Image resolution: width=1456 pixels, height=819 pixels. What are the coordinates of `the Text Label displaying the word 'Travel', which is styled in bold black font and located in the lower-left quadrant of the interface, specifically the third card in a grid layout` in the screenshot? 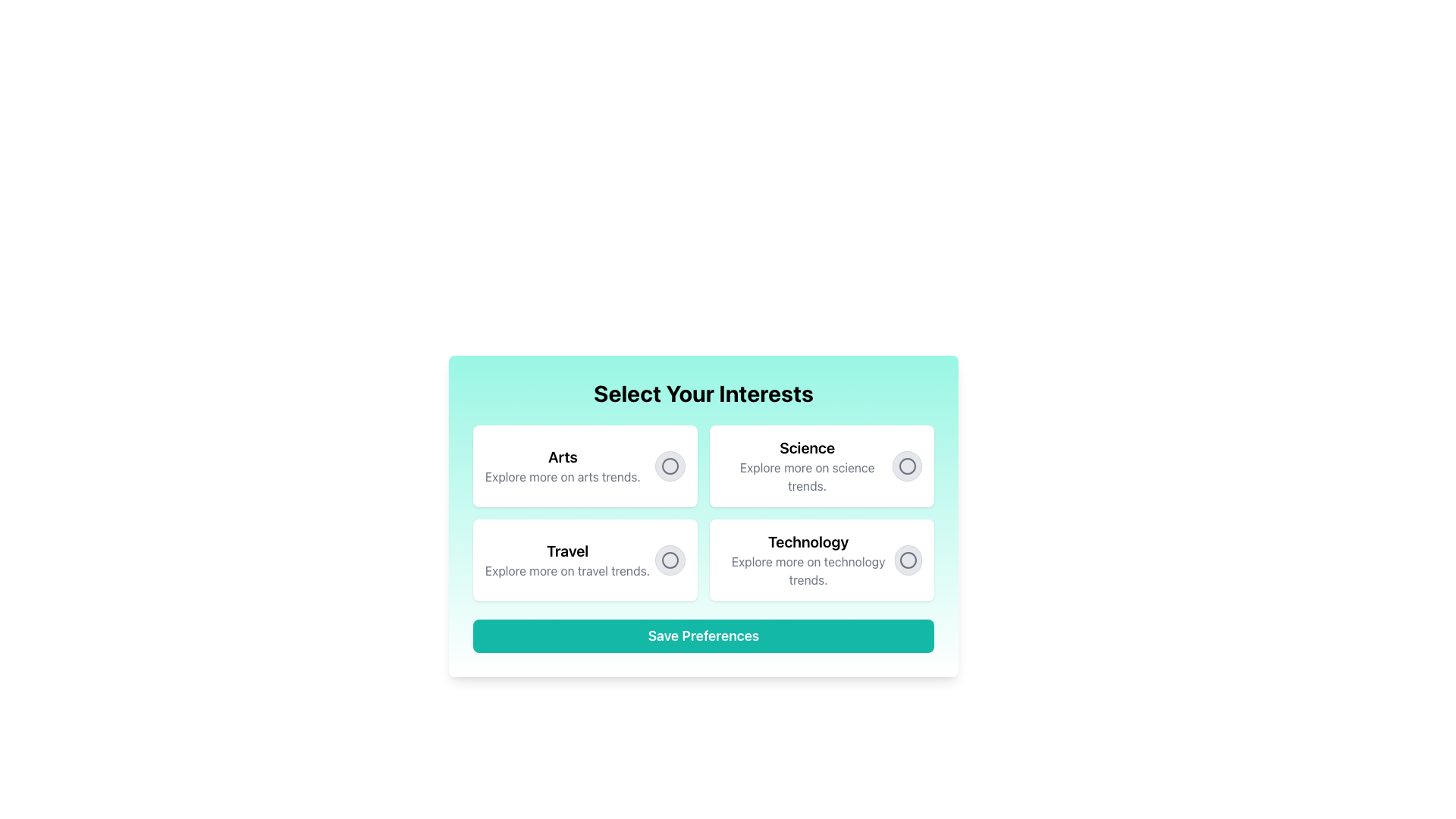 It's located at (566, 551).